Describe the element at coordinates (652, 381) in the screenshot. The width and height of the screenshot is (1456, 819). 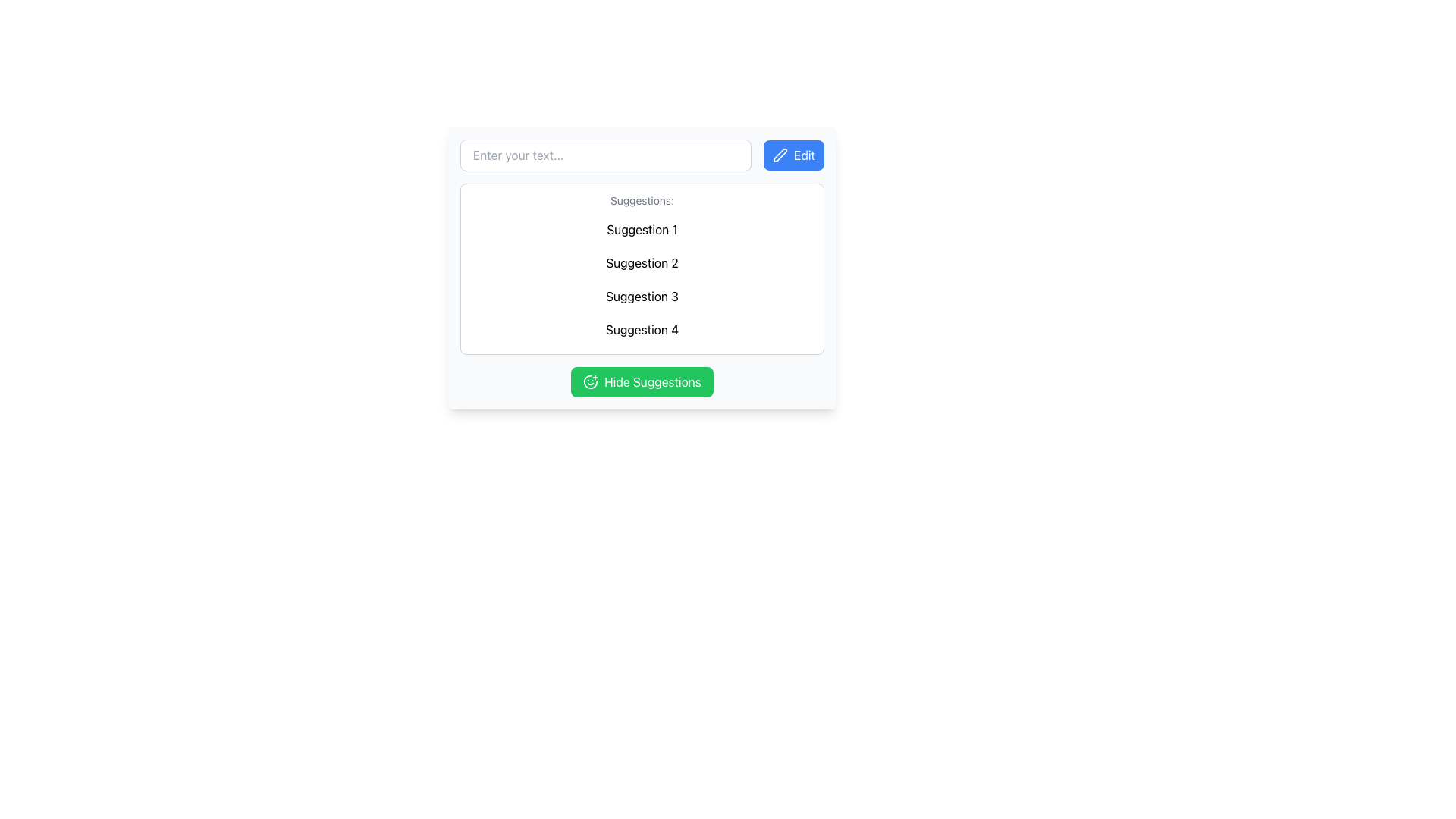
I see `the green button at the bottom center of the interface` at that location.